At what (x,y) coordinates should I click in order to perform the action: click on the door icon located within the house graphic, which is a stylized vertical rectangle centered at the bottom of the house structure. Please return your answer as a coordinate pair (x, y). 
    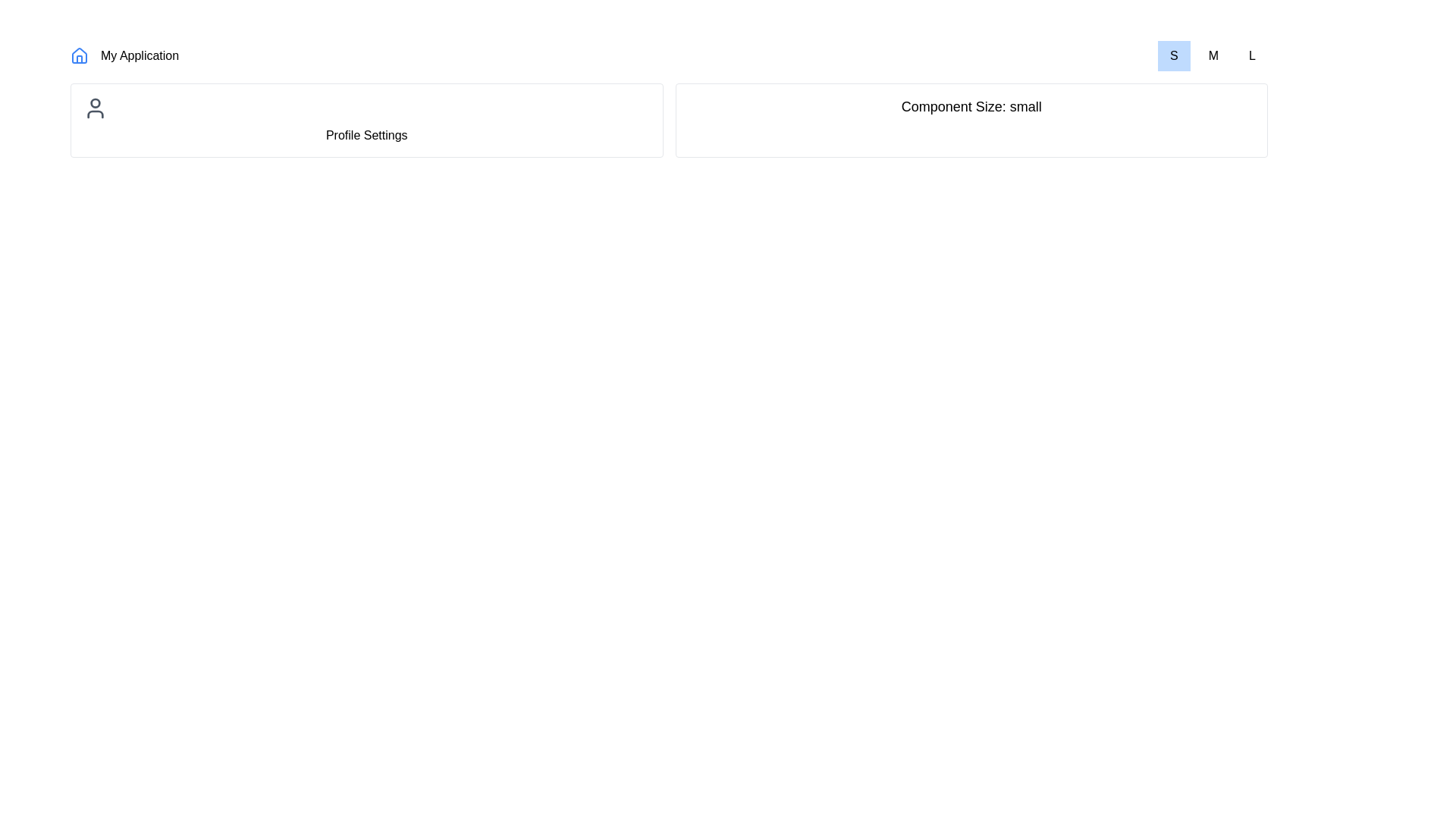
    Looking at the image, I should click on (79, 58).